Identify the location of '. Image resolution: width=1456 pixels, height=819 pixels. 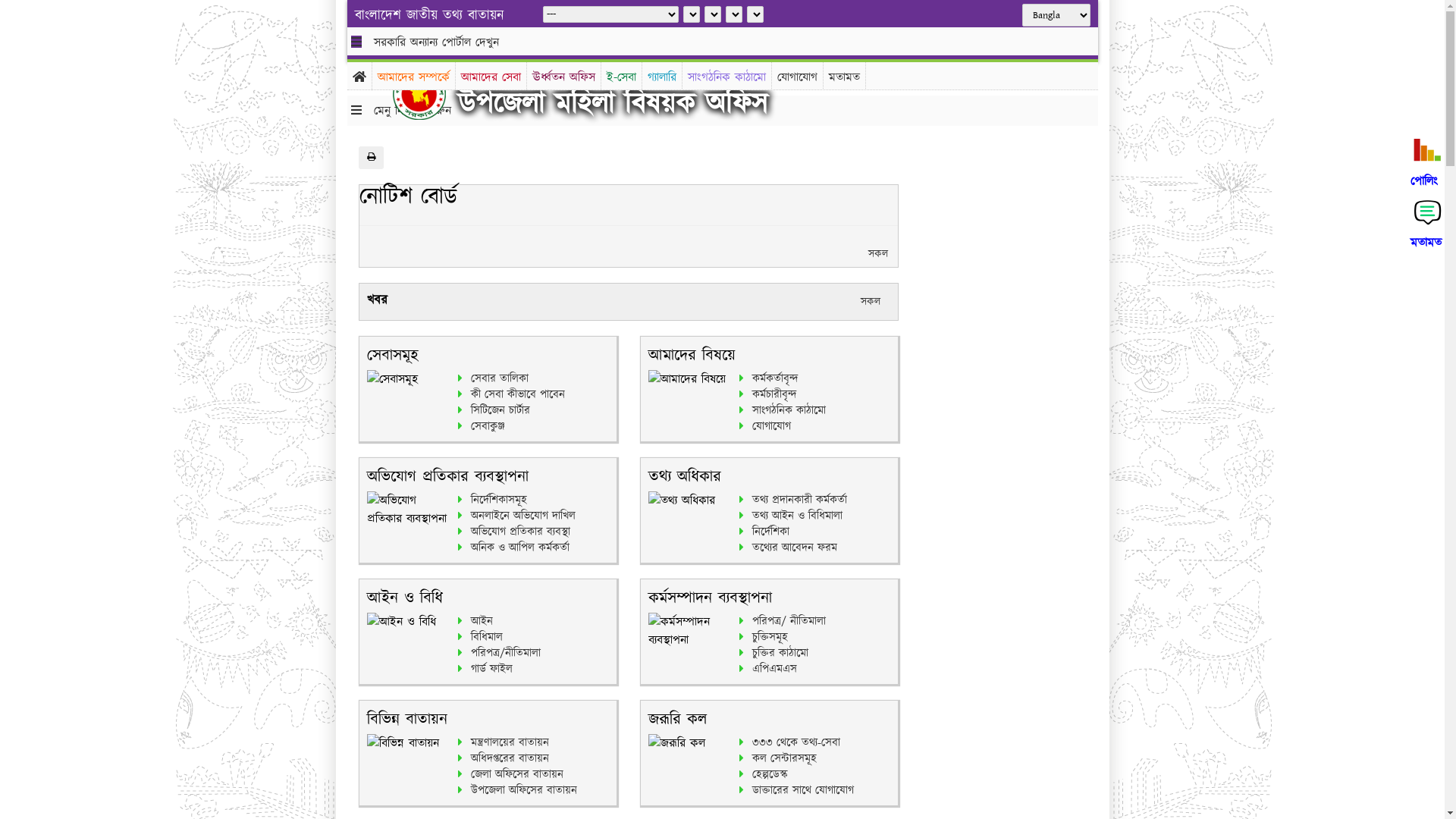
(430, 93).